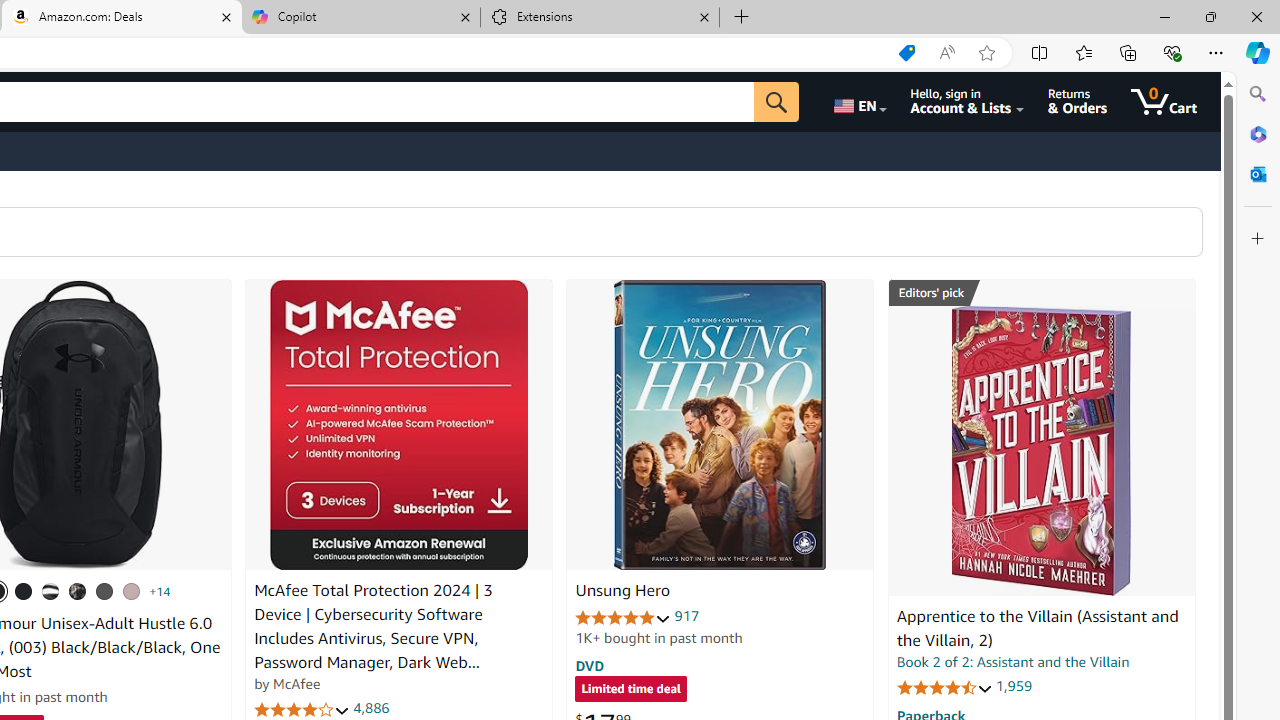  Describe the element at coordinates (130, 590) in the screenshot. I see `'(015) Tetra Gray / Tetra Gray / Gray Matter'` at that location.